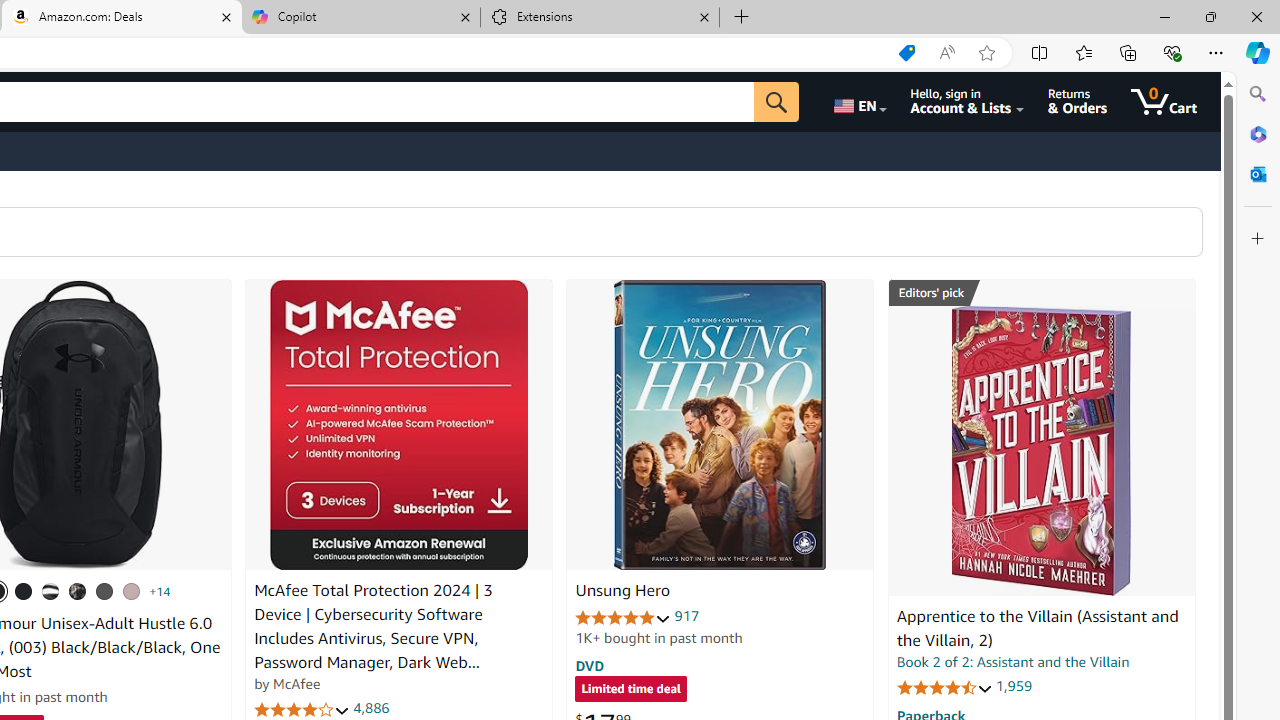  Describe the element at coordinates (130, 590) in the screenshot. I see `'(015) Tetra Gray / Tetra Gray / Gray Matter'` at that location.